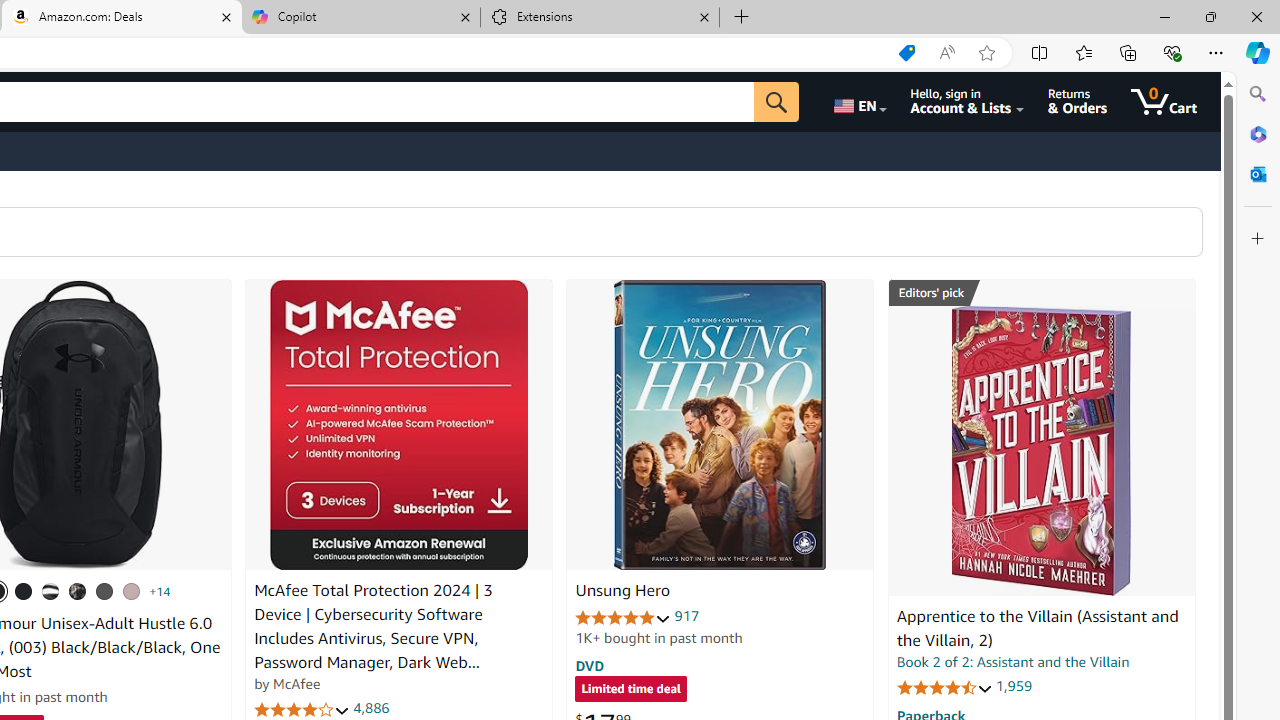  Describe the element at coordinates (130, 590) in the screenshot. I see `'(015) Tetra Gray / Tetra Gray / Gray Matter'` at that location.